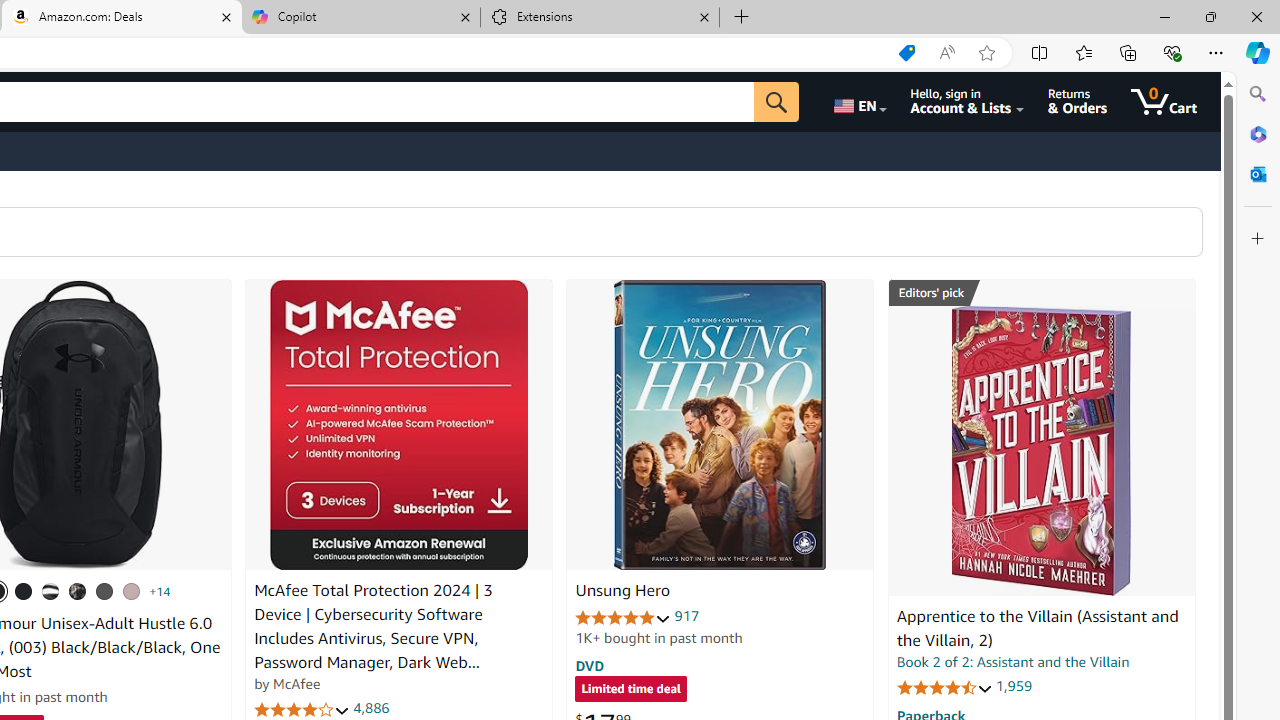  Describe the element at coordinates (130, 590) in the screenshot. I see `'(015) Tetra Gray / Tetra Gray / Gray Matter'` at that location.